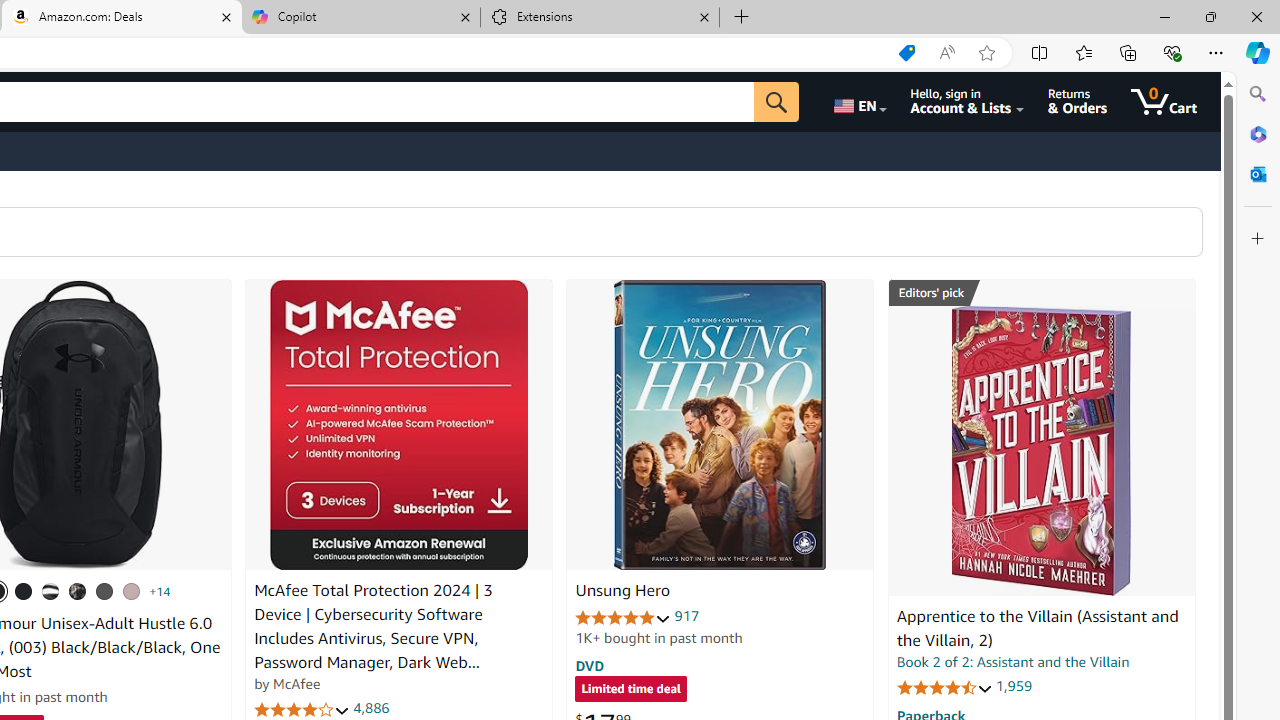  Describe the element at coordinates (130, 590) in the screenshot. I see `'(015) Tetra Gray / Tetra Gray / Gray Matter'` at that location.